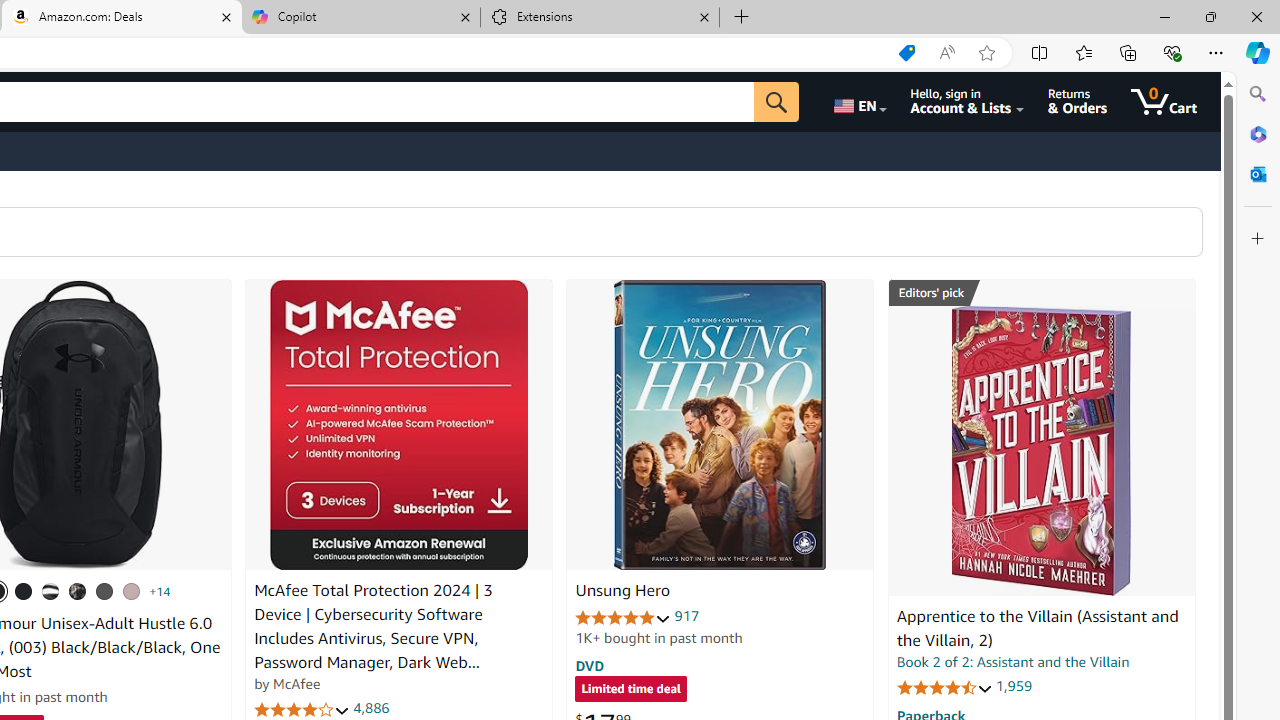  Describe the element at coordinates (130, 590) in the screenshot. I see `'(015) Tetra Gray / Tetra Gray / Gray Matter'` at that location.